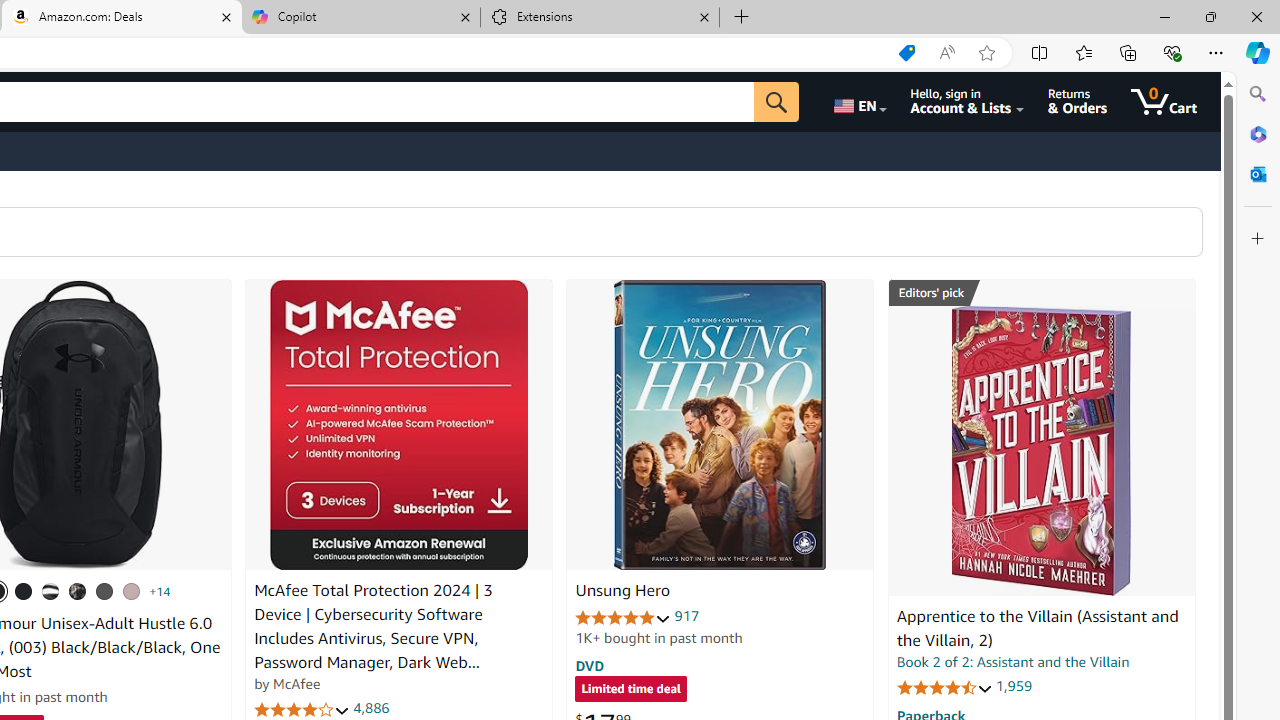  Describe the element at coordinates (130, 590) in the screenshot. I see `'(015) Tetra Gray / Tetra Gray / Gray Matter'` at that location.